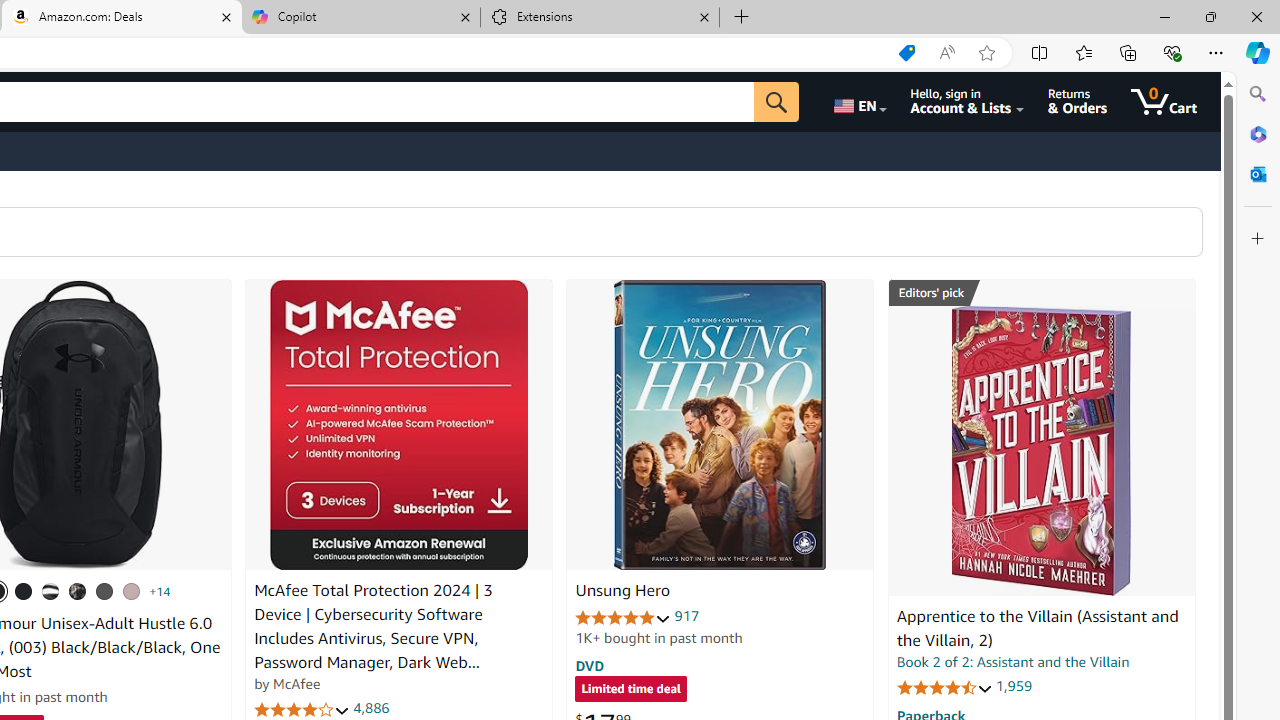  Describe the element at coordinates (130, 590) in the screenshot. I see `'(015) Tetra Gray / Tetra Gray / Gray Matter'` at that location.